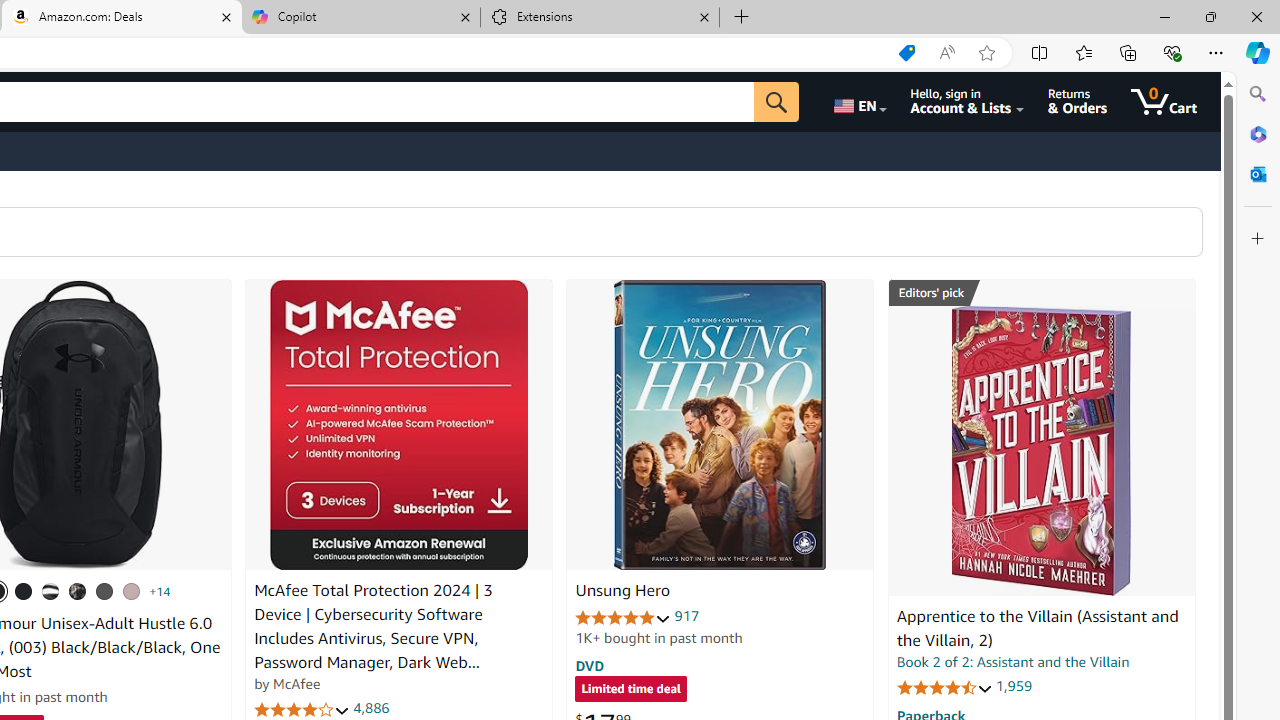  Describe the element at coordinates (130, 590) in the screenshot. I see `'(015) Tetra Gray / Tetra Gray / Gray Matter'` at that location.